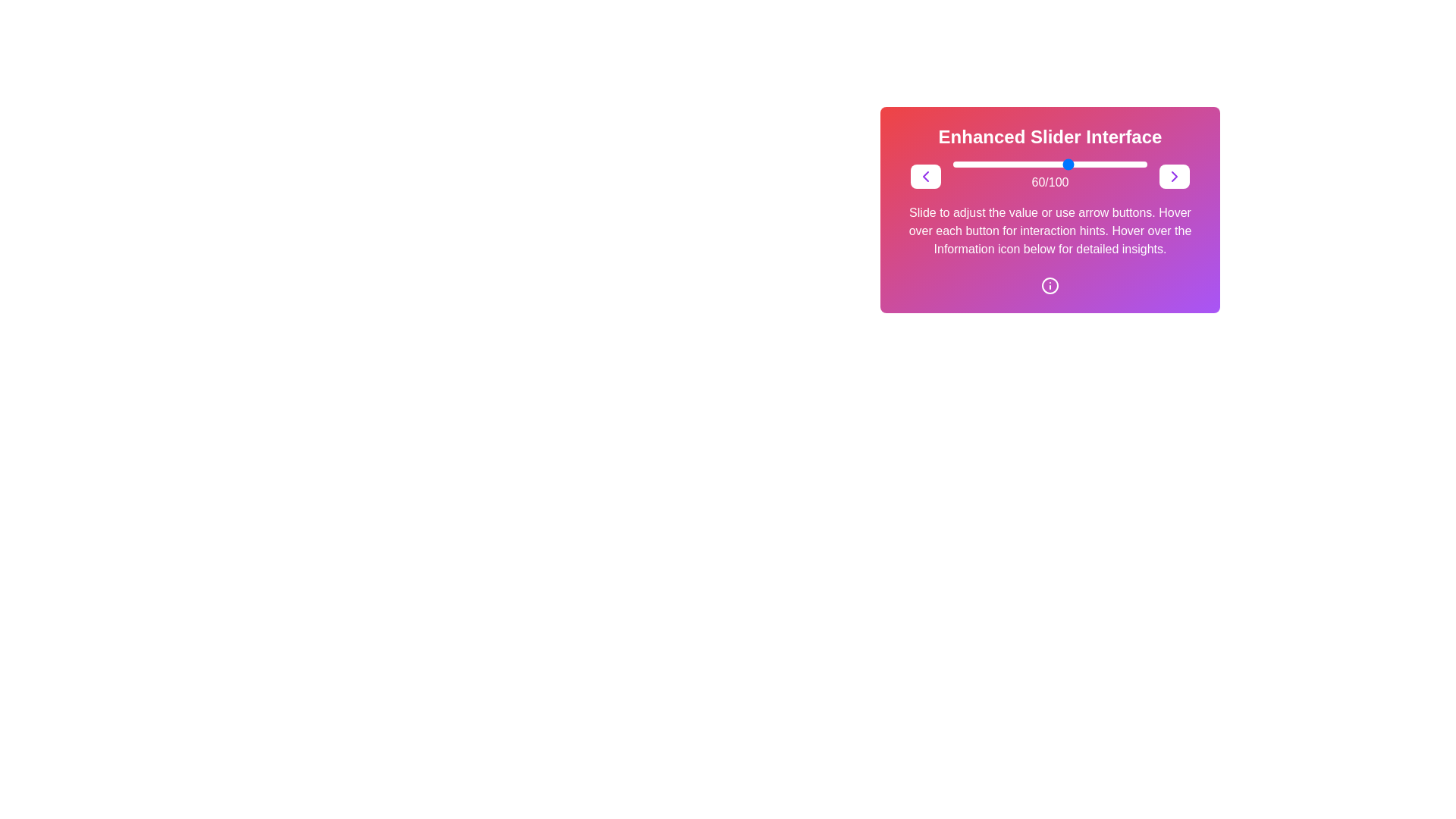 The width and height of the screenshot is (1456, 819). Describe the element at coordinates (1050, 175) in the screenshot. I see `the Value display element located beneath the slider bar, which shows the current value as '60/100'` at that location.